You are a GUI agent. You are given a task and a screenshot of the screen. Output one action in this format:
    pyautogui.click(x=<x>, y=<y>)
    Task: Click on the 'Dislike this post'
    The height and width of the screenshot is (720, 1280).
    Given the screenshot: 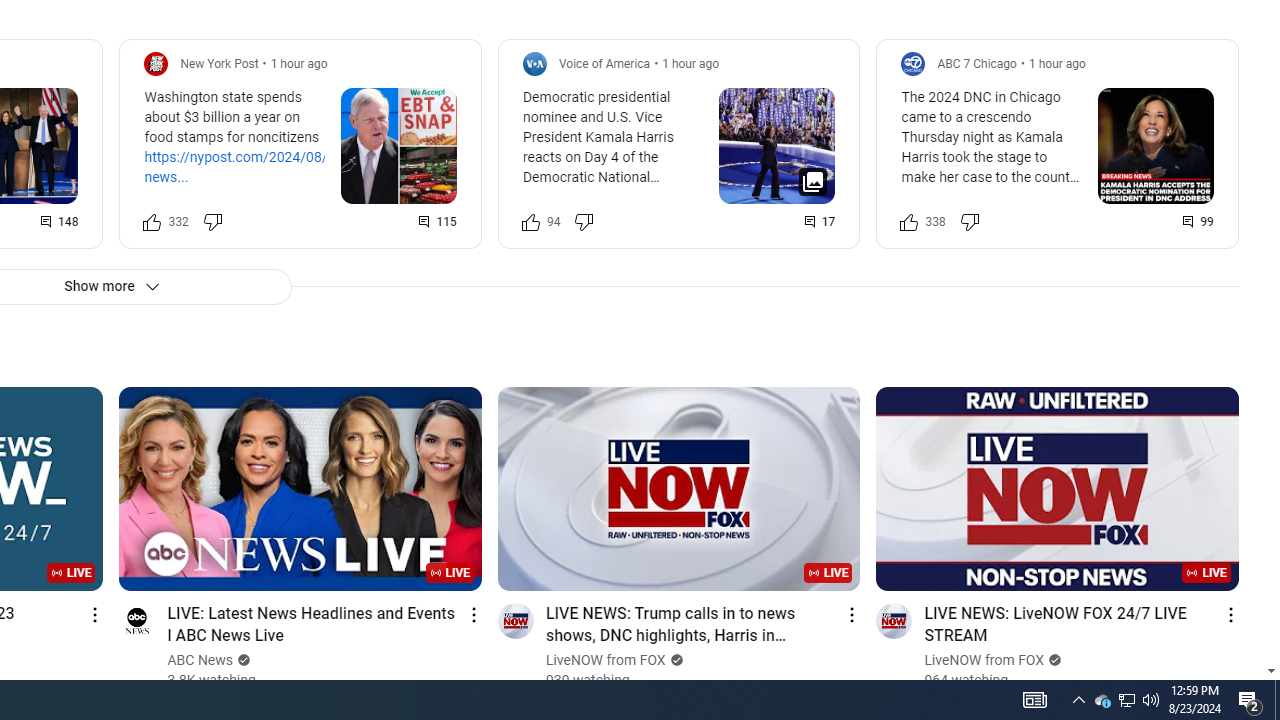 What is the action you would take?
    pyautogui.click(x=969, y=221)
    